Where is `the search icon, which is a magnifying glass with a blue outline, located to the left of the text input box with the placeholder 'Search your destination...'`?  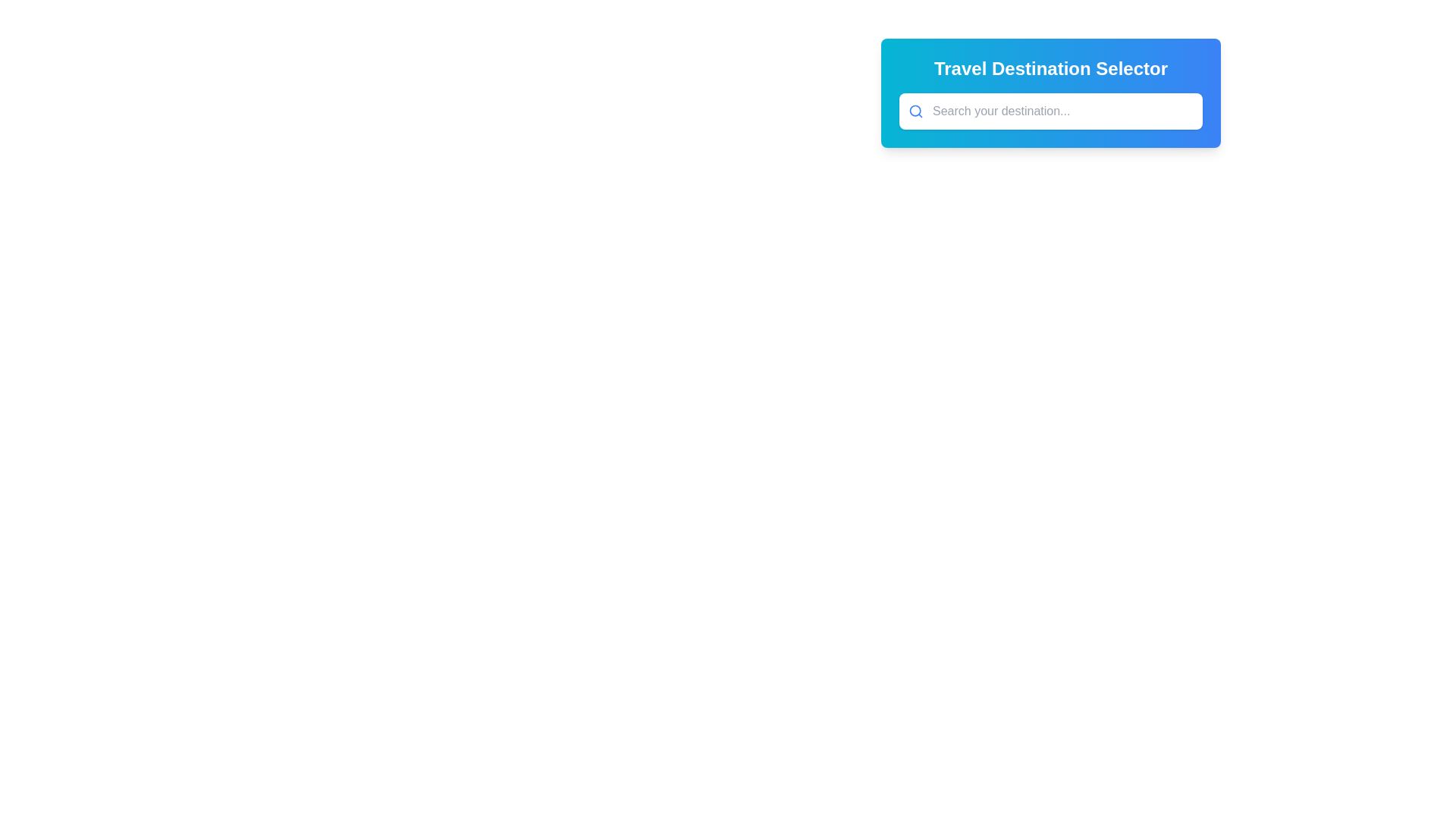 the search icon, which is a magnifying glass with a blue outline, located to the left of the text input box with the placeholder 'Search your destination...' is located at coordinates (915, 110).